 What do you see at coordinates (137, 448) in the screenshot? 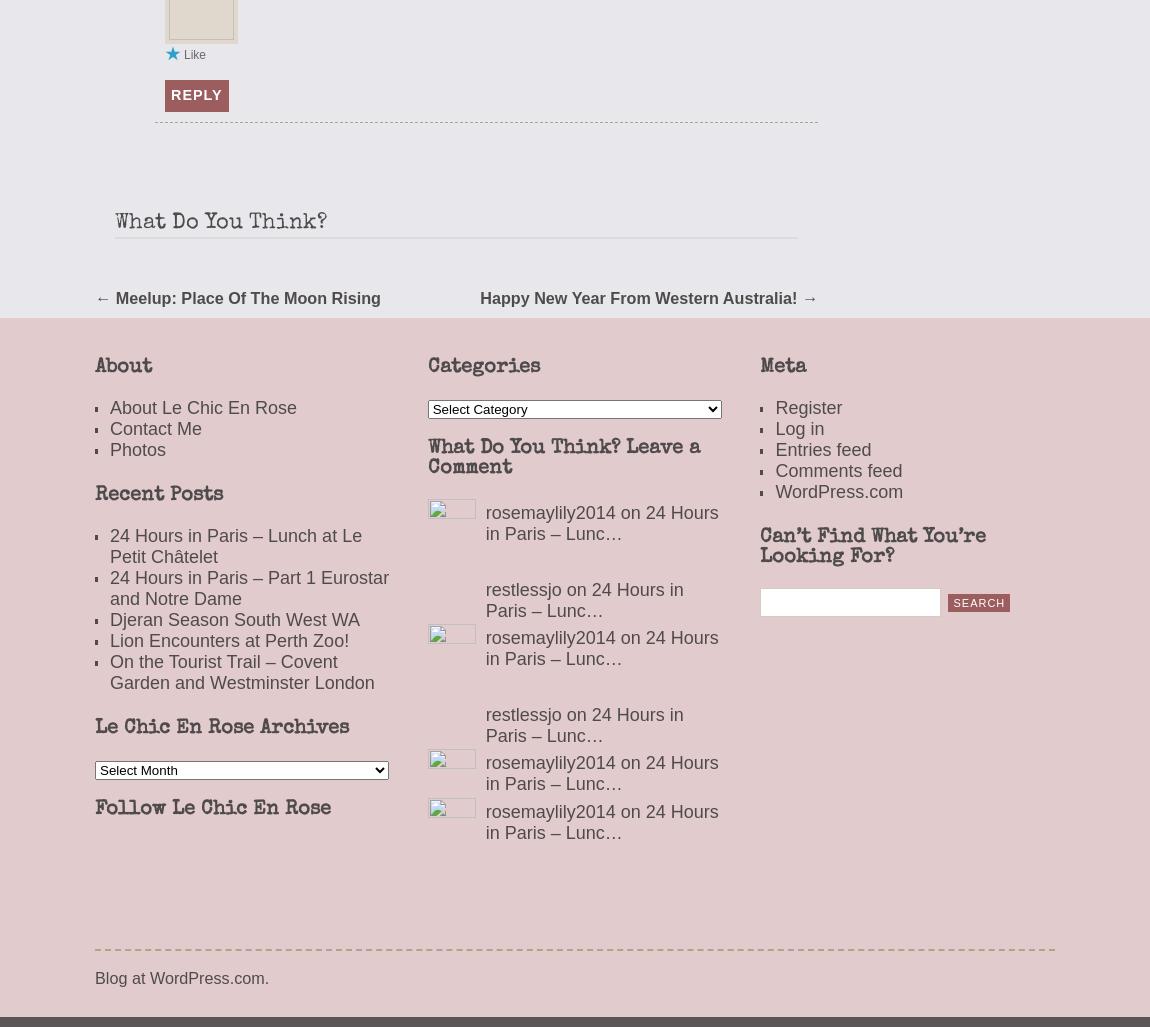
I see `'Photos'` at bounding box center [137, 448].